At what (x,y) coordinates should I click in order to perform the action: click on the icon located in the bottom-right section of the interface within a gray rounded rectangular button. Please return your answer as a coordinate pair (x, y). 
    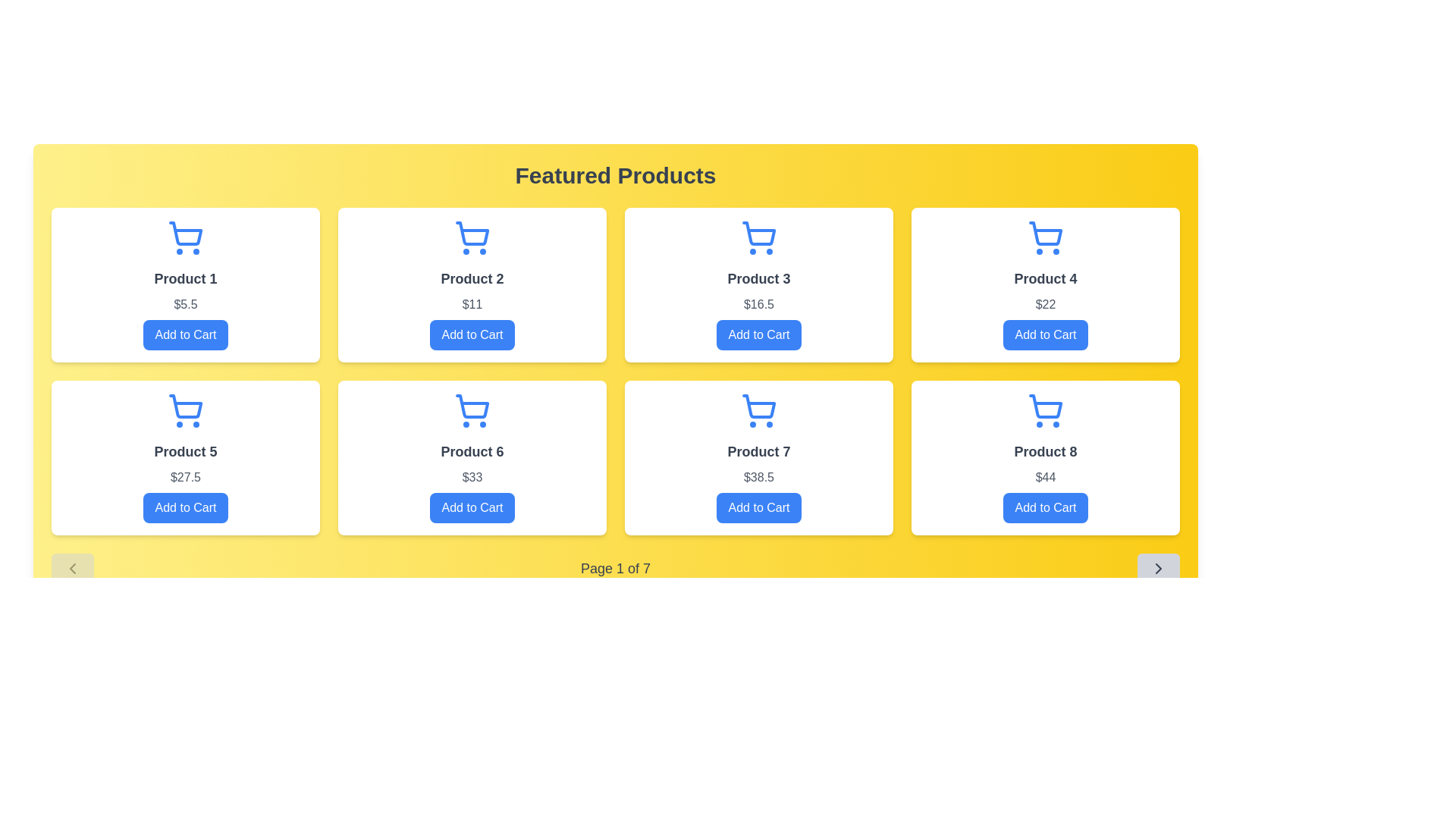
    Looking at the image, I should click on (1157, 568).